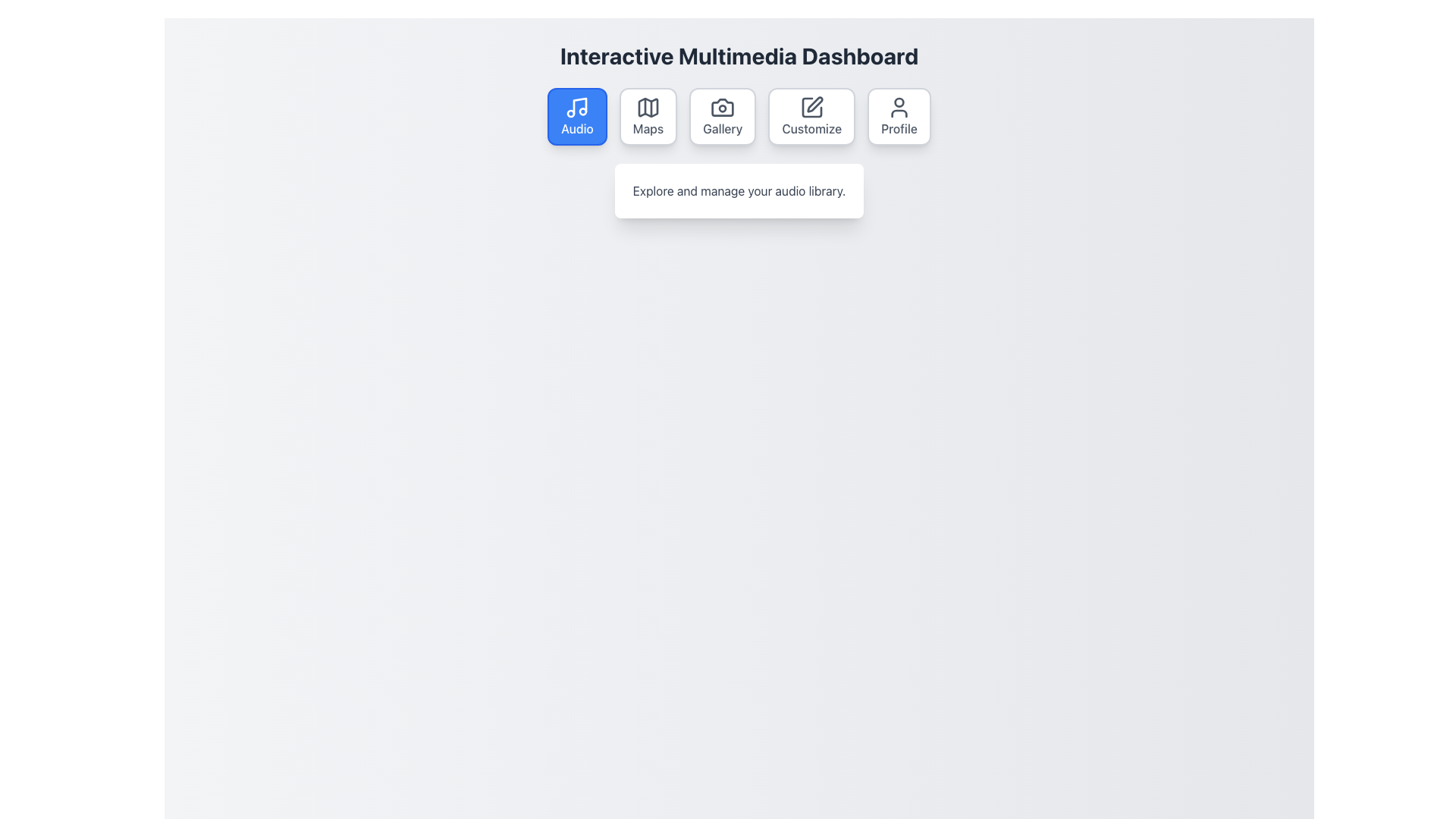 This screenshot has width=1456, height=819. I want to click on the 'Customize' button with a pencil icon, which is the fourth button in a series of five located below the 'Interactive Multimedia Dashboard' header, so click(811, 116).